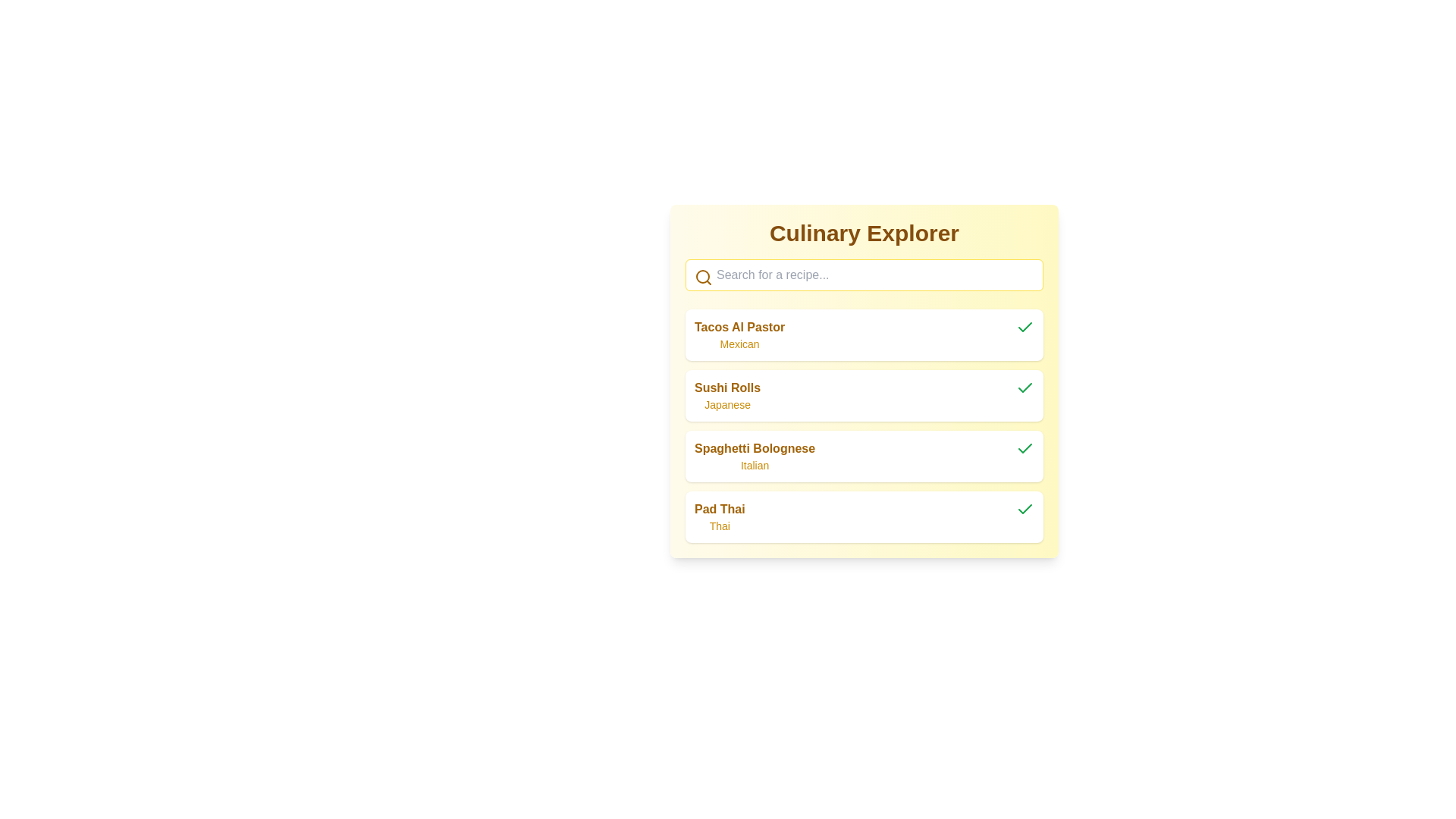  I want to click on the green checkmark icon located at the right end of the 'Sushi Rolls' list item, so click(1025, 387).